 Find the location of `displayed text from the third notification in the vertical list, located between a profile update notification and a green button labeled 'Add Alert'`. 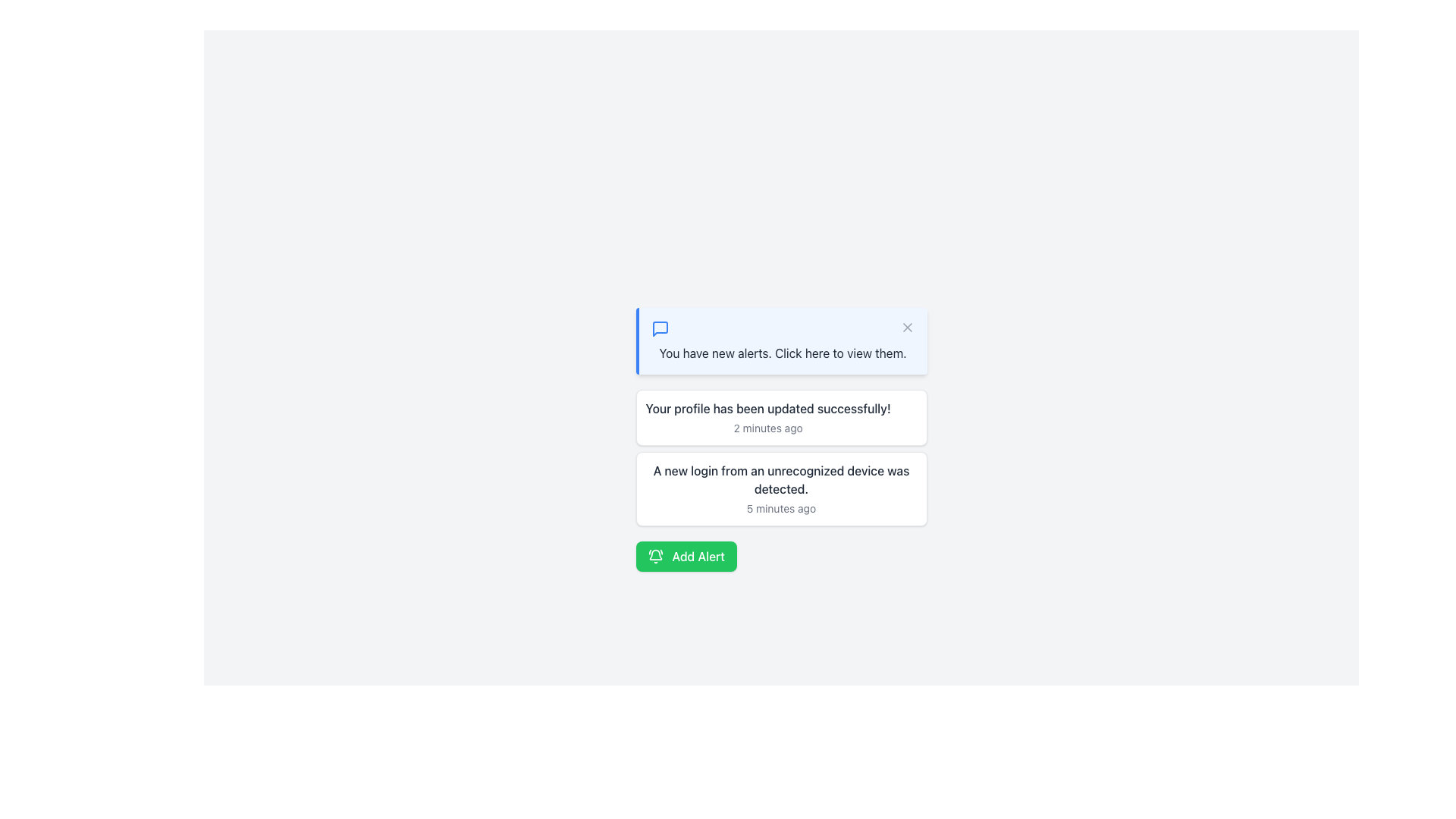

displayed text from the third notification in the vertical list, located between a profile update notification and a green button labeled 'Add Alert' is located at coordinates (781, 488).